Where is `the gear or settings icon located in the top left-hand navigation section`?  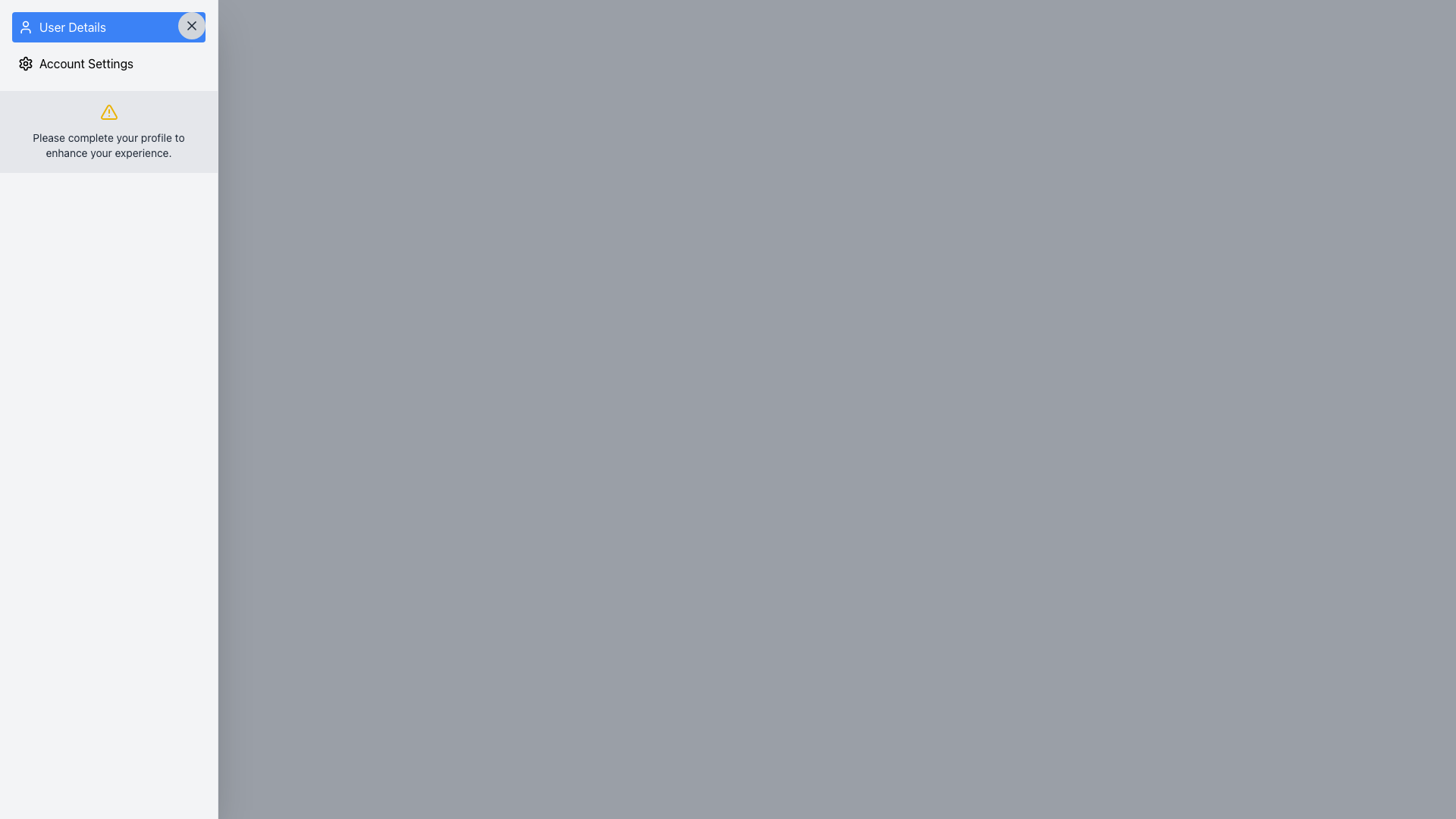 the gear or settings icon located in the top left-hand navigation section is located at coordinates (25, 63).